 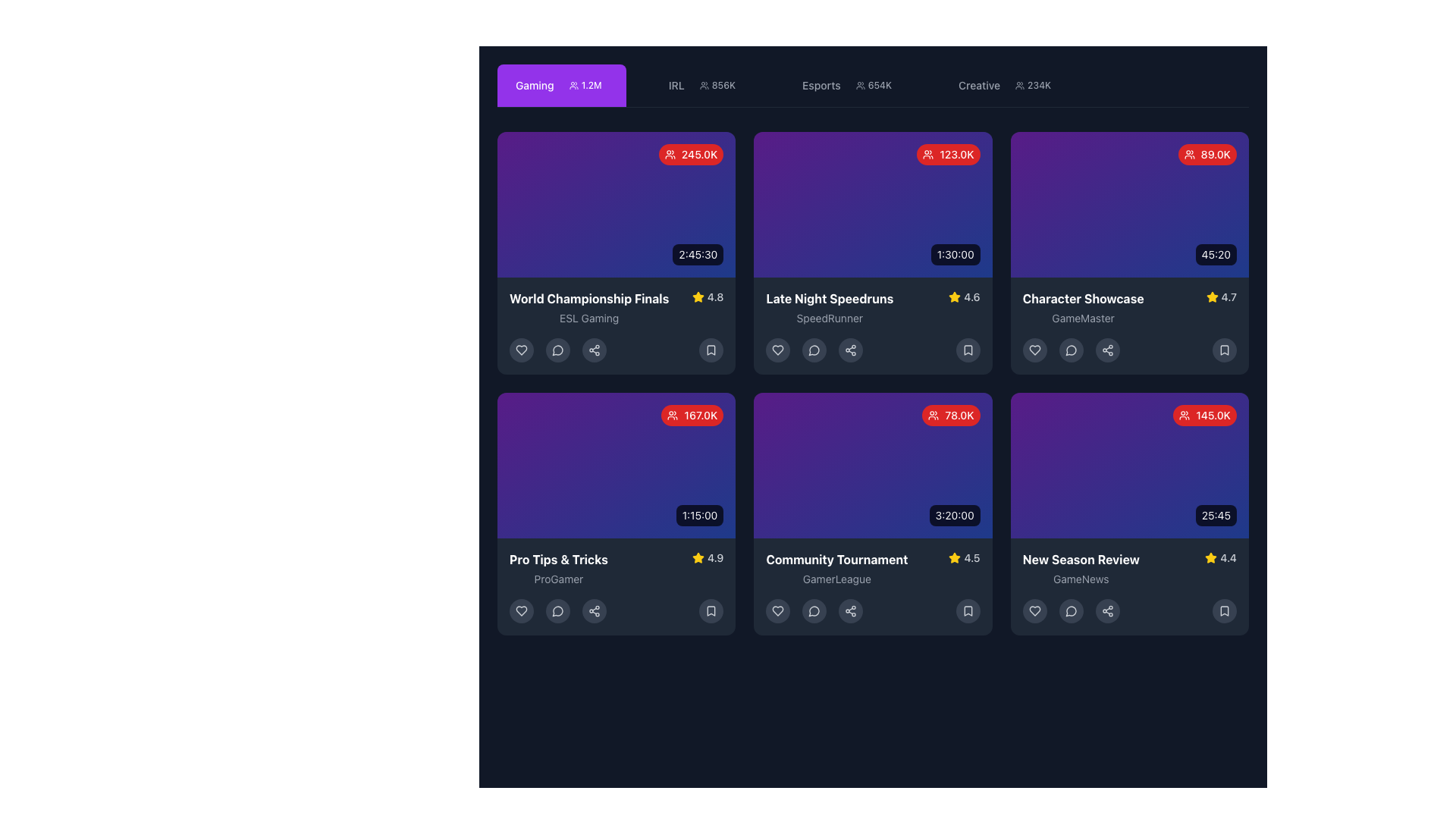 I want to click on label displaying the text 'Creative', which is styled in gray and located to the left of the icon and the text '234K' in the top section of the interface, so click(x=979, y=85).